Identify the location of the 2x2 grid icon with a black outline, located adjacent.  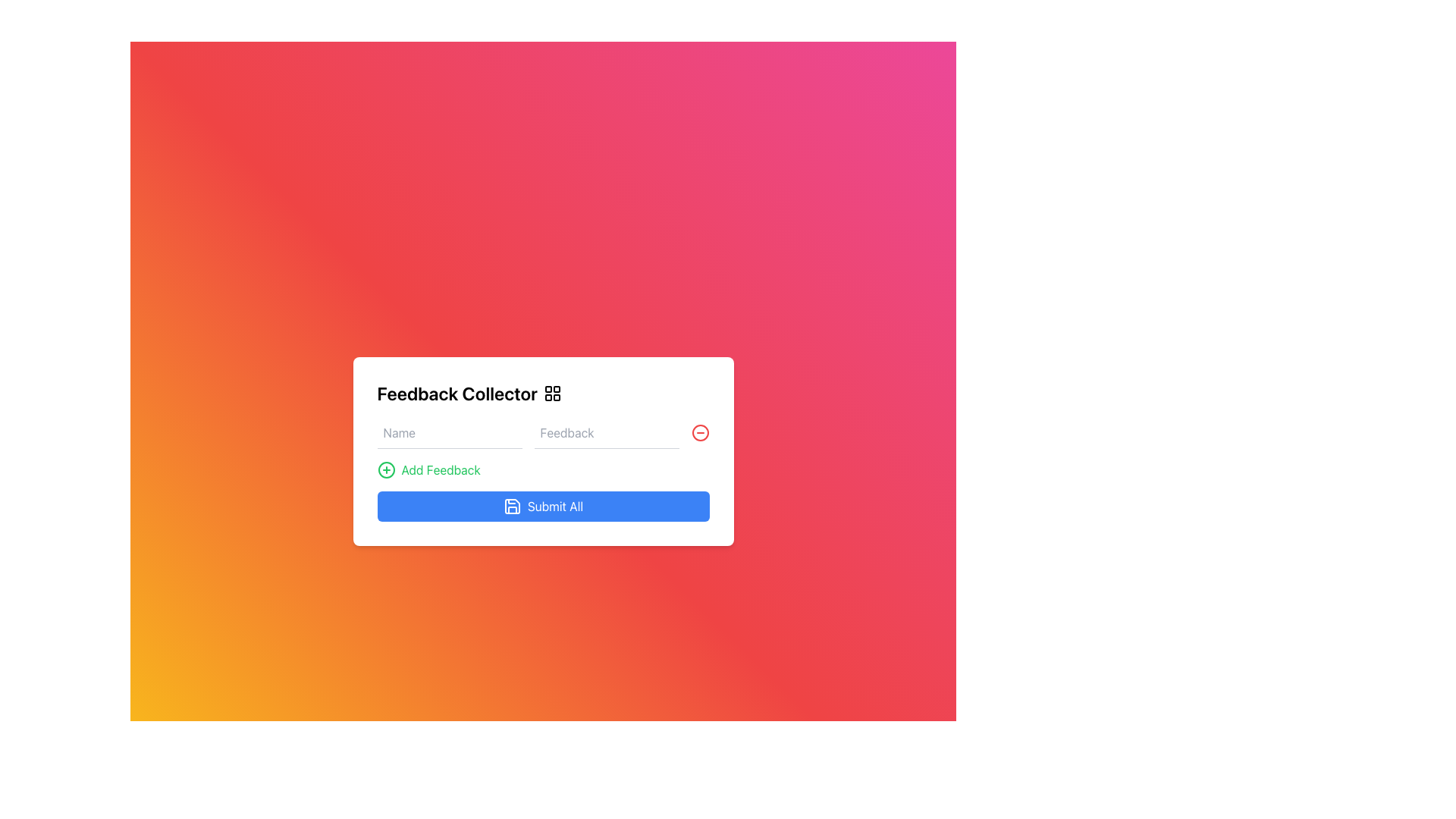
(551, 392).